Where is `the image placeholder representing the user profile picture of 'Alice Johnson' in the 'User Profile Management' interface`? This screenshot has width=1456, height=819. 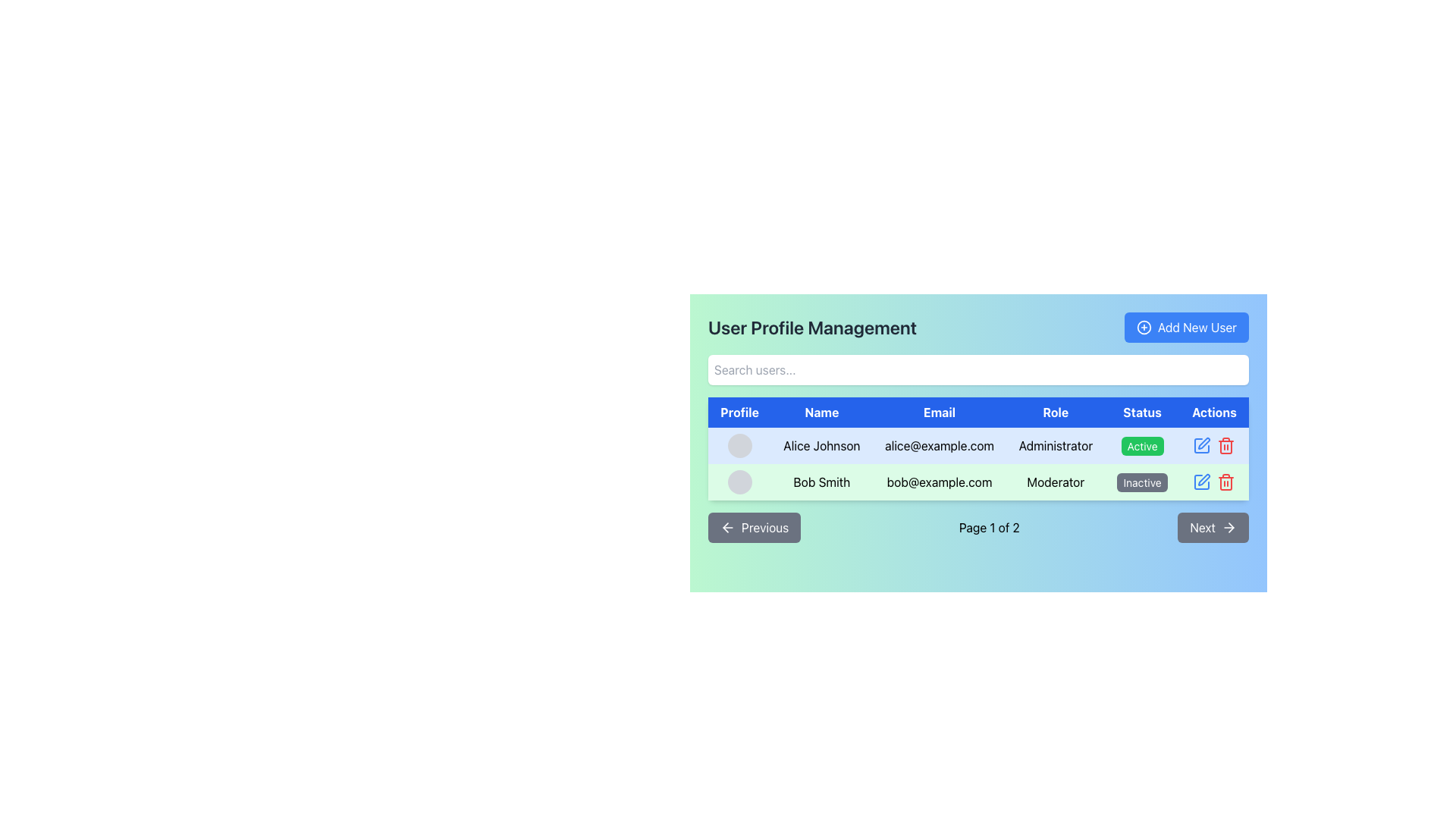 the image placeholder representing the user profile picture of 'Alice Johnson' in the 'User Profile Management' interface is located at coordinates (739, 444).